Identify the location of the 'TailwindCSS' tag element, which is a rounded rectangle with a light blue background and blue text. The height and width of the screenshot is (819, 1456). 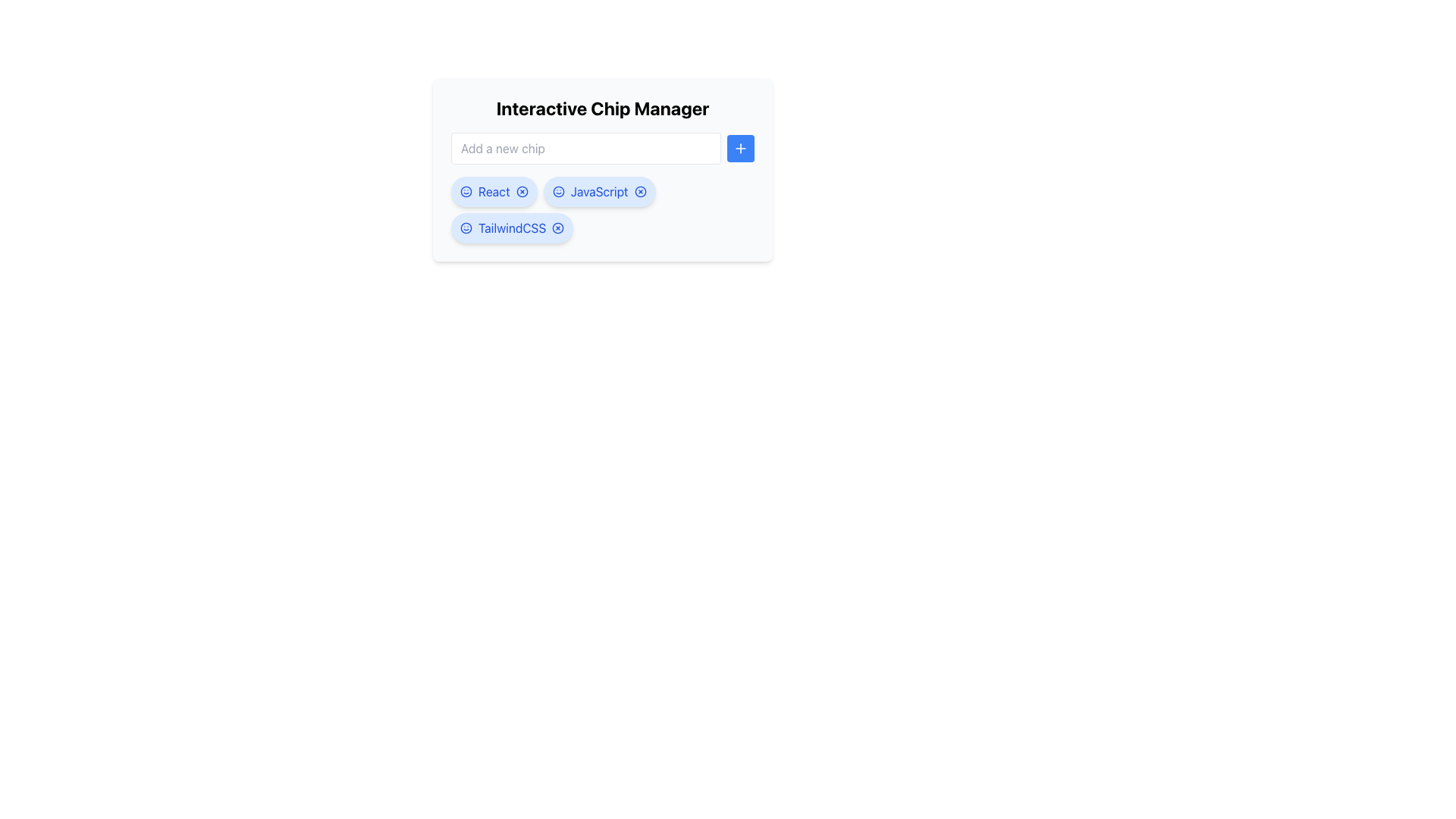
(512, 227).